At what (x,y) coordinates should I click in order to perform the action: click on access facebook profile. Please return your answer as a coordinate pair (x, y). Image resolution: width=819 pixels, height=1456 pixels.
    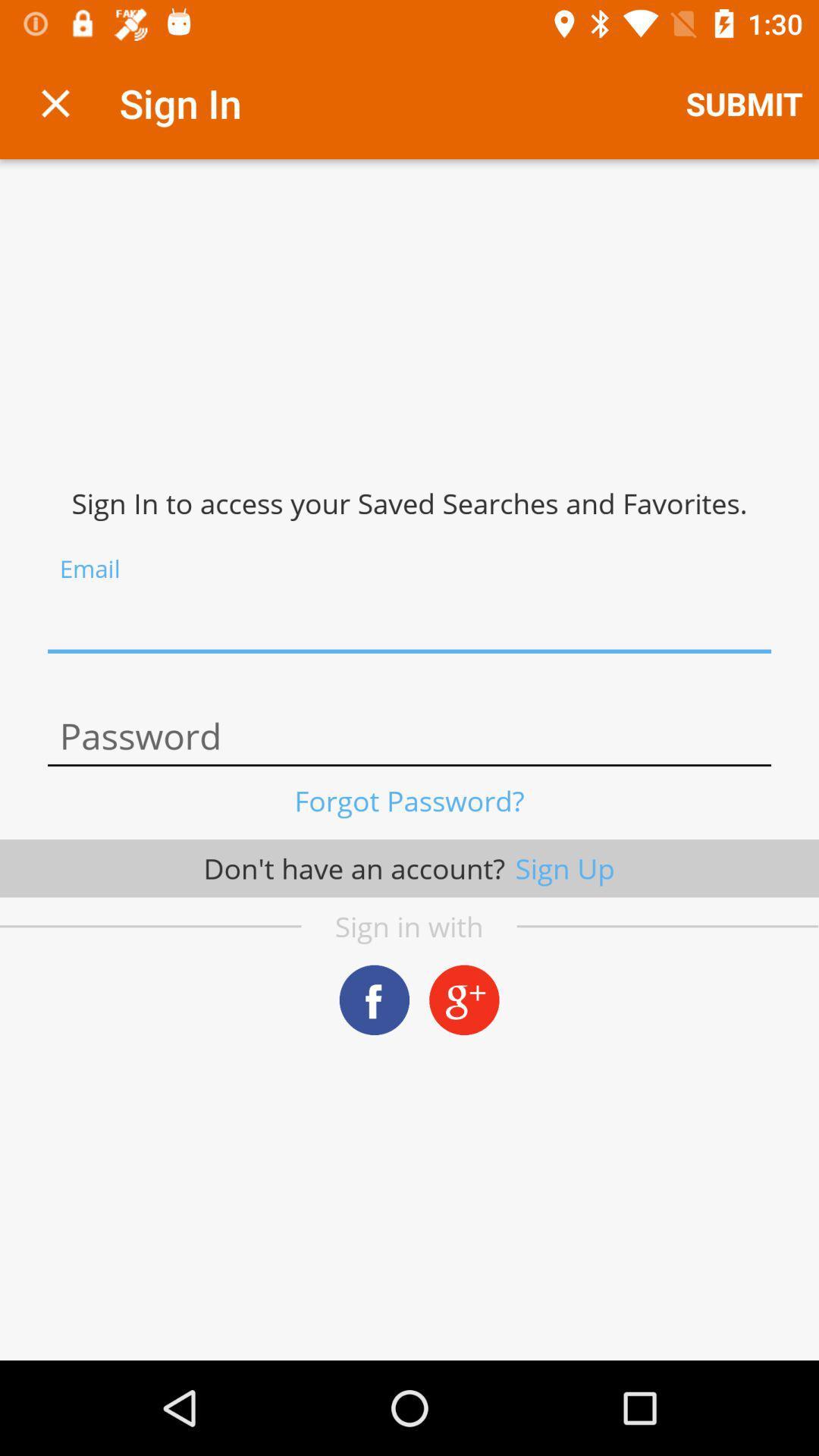
    Looking at the image, I should click on (374, 999).